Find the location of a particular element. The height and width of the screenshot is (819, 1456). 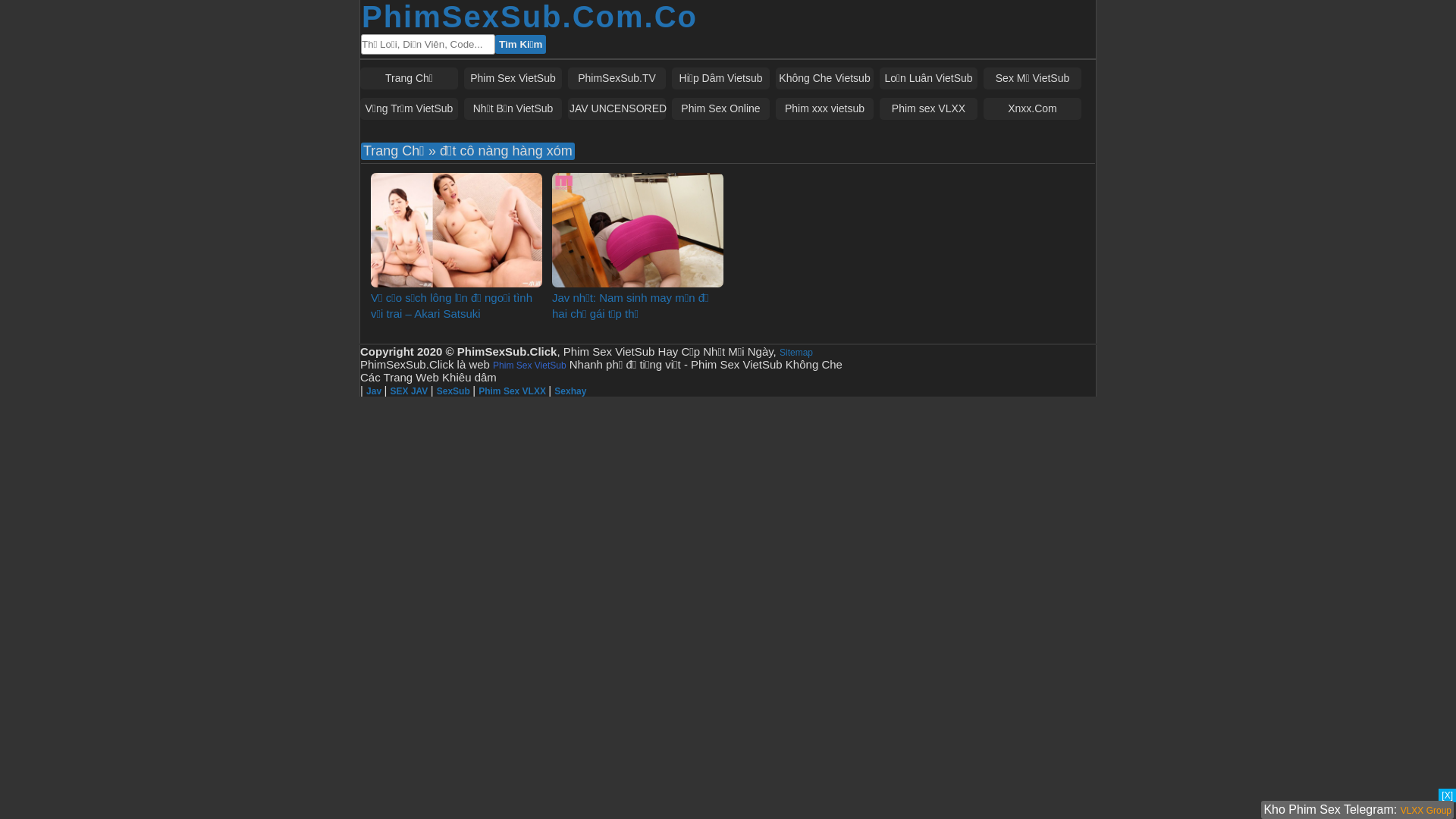

'Sexhay' is located at coordinates (570, 391).